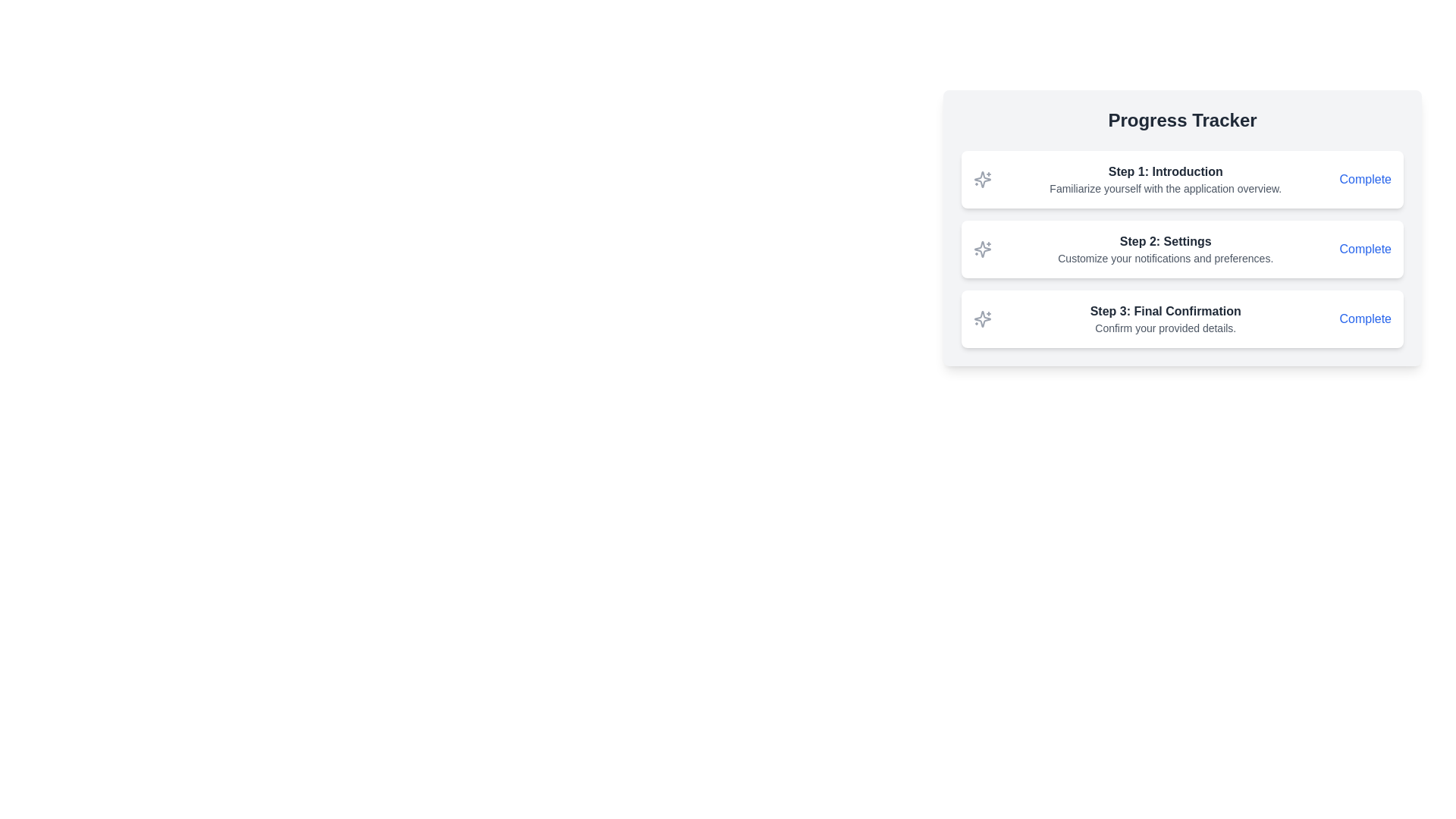 Image resolution: width=1456 pixels, height=819 pixels. Describe the element at coordinates (983, 178) in the screenshot. I see `the star-like icon representing 'Step 1: Introduction' in the steps tracker component` at that location.